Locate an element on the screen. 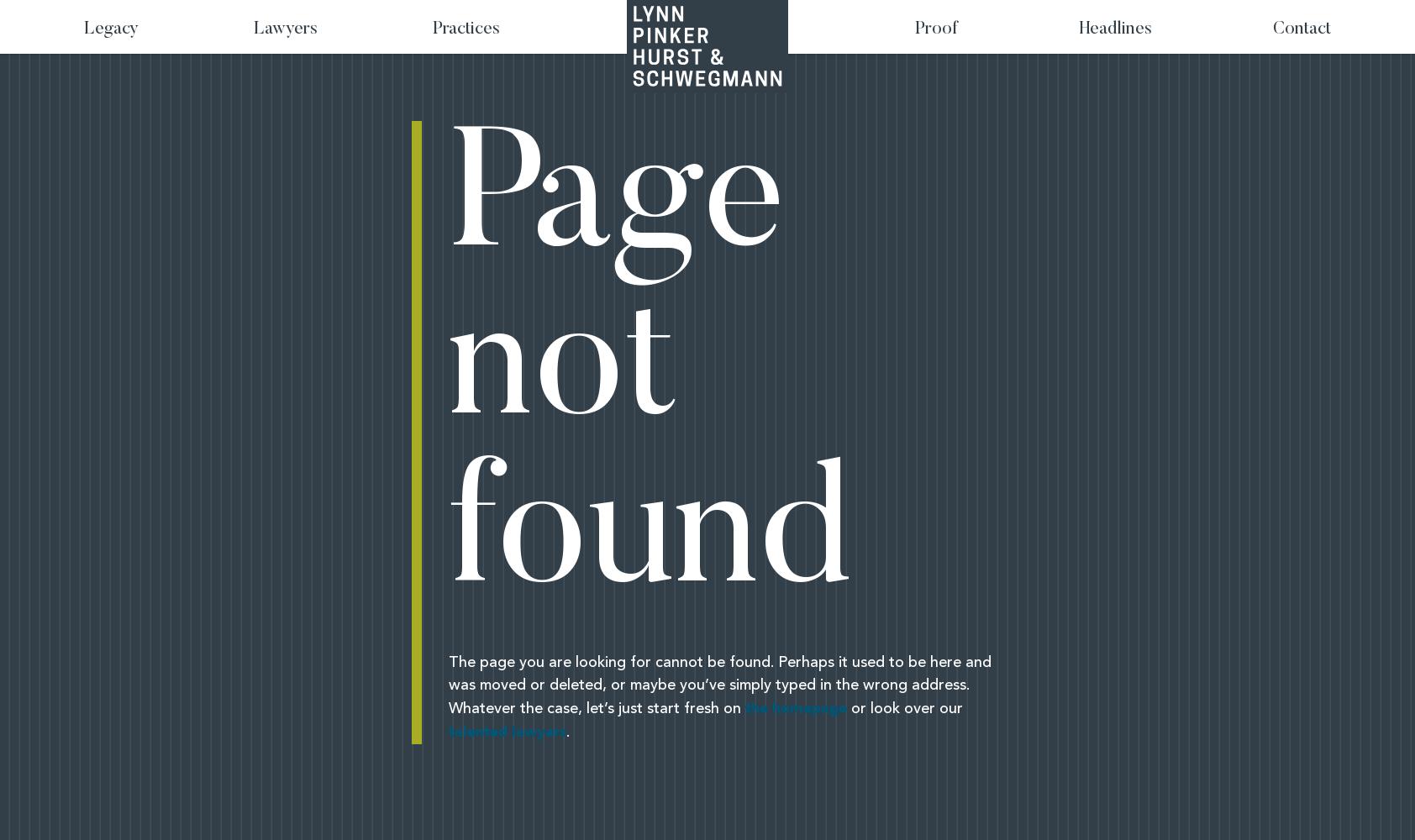 The image size is (1415, 840). 'or look over our' is located at coordinates (904, 708).